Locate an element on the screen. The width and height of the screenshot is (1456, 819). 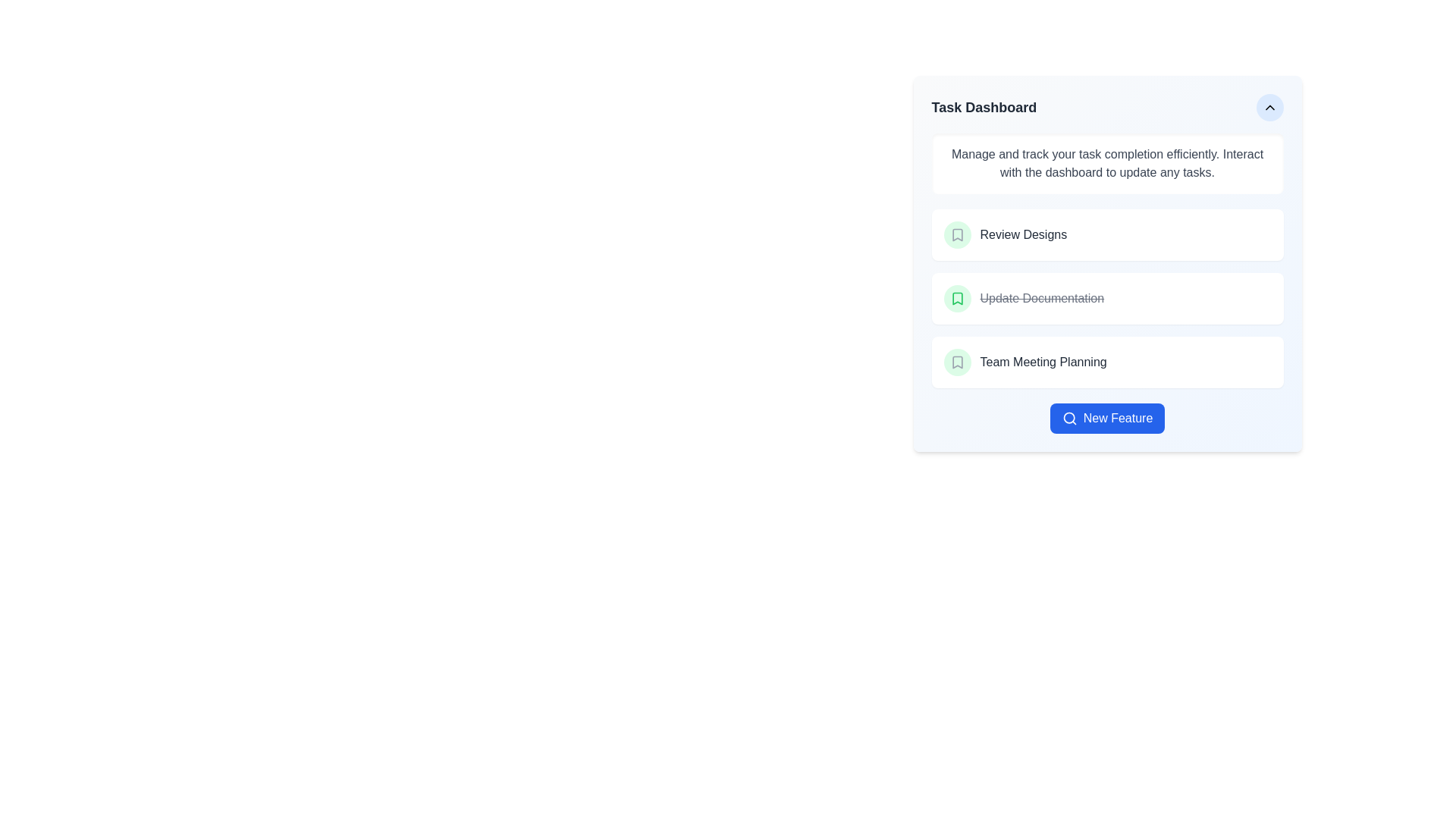
the interactive button located to the left of the 'Update Documentation' text to interact with it is located at coordinates (956, 298).